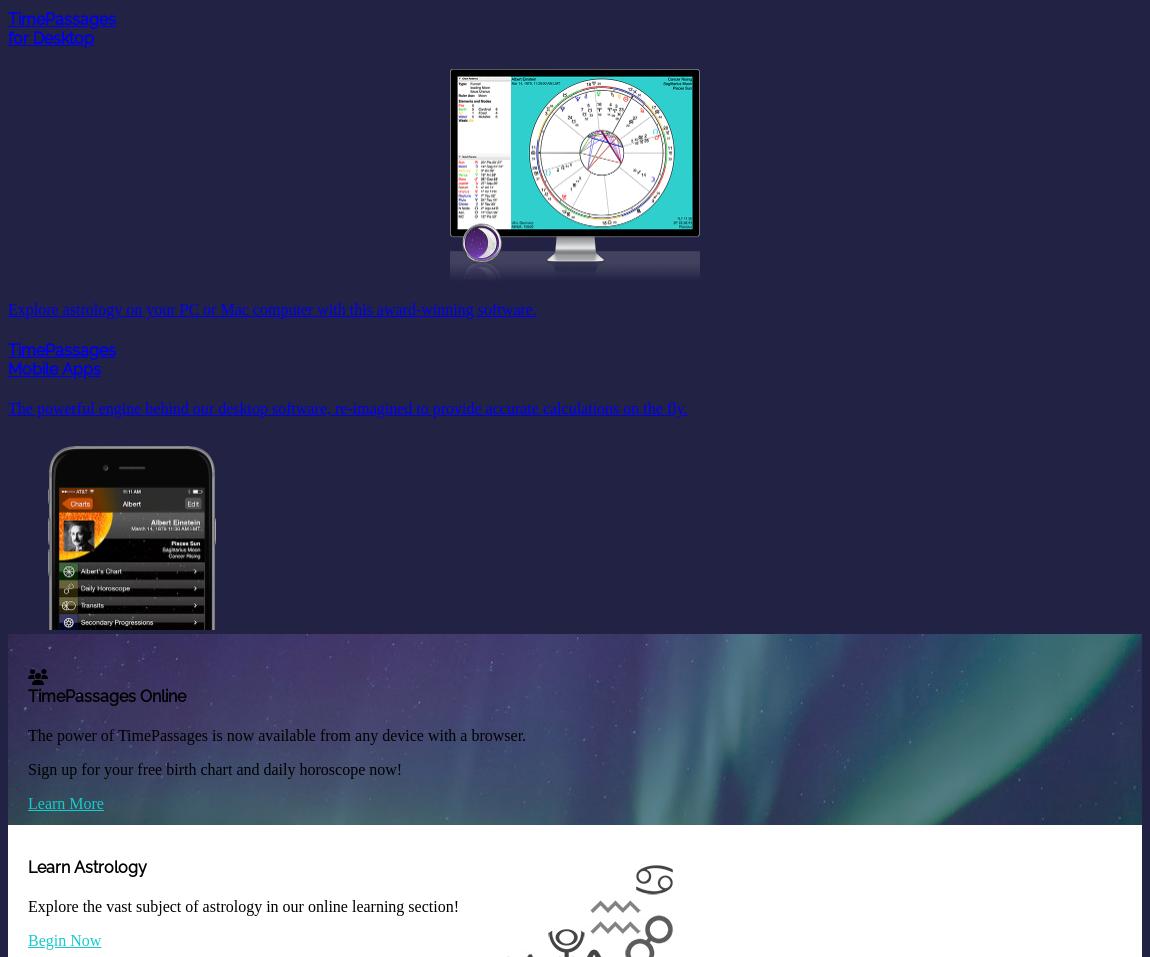 This screenshot has height=957, width=1150. Describe the element at coordinates (49, 36) in the screenshot. I see `'for Desktop'` at that location.